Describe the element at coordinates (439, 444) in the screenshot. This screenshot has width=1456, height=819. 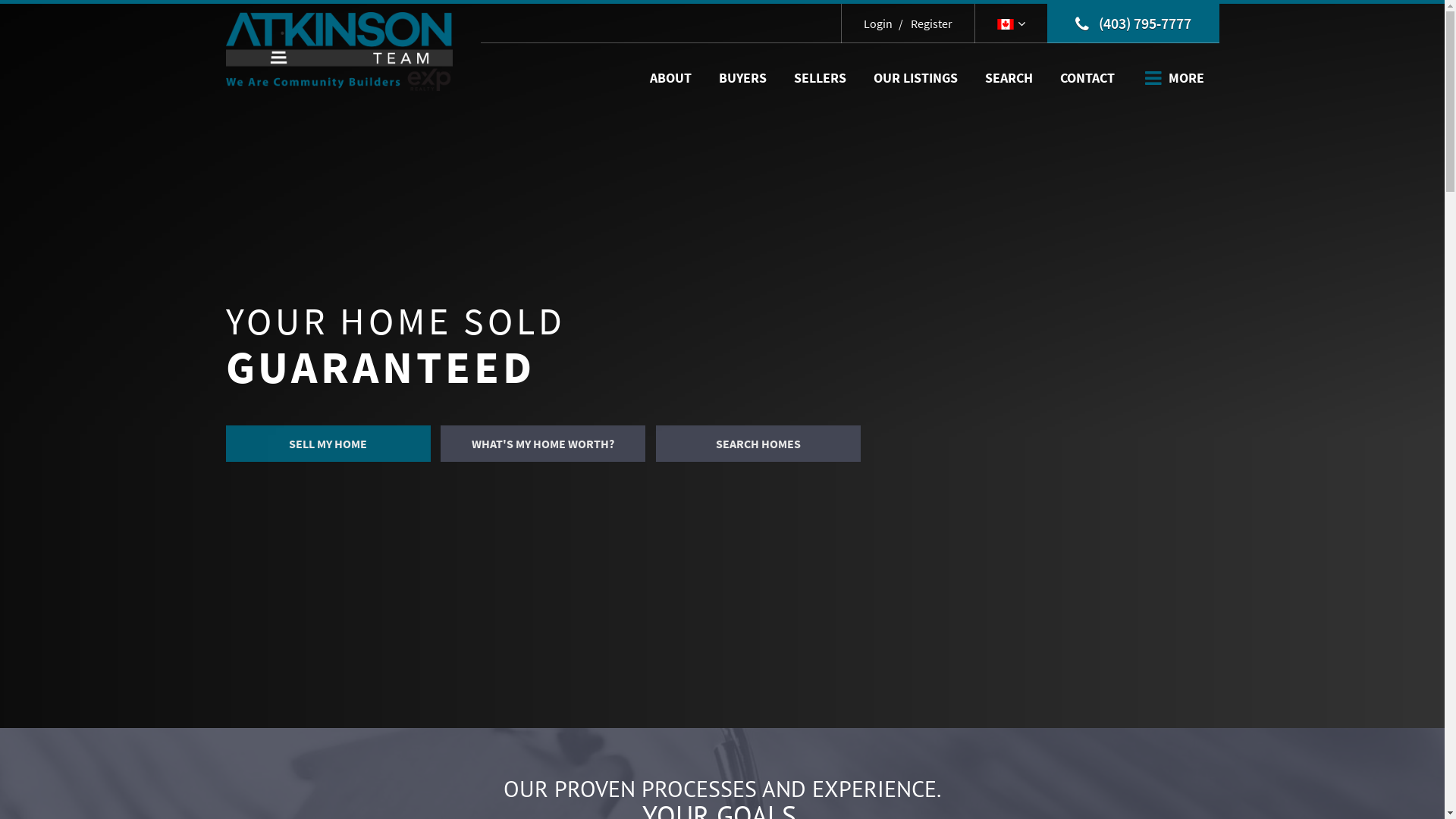
I see `'WHAT'S MY HOME WORTH?'` at that location.